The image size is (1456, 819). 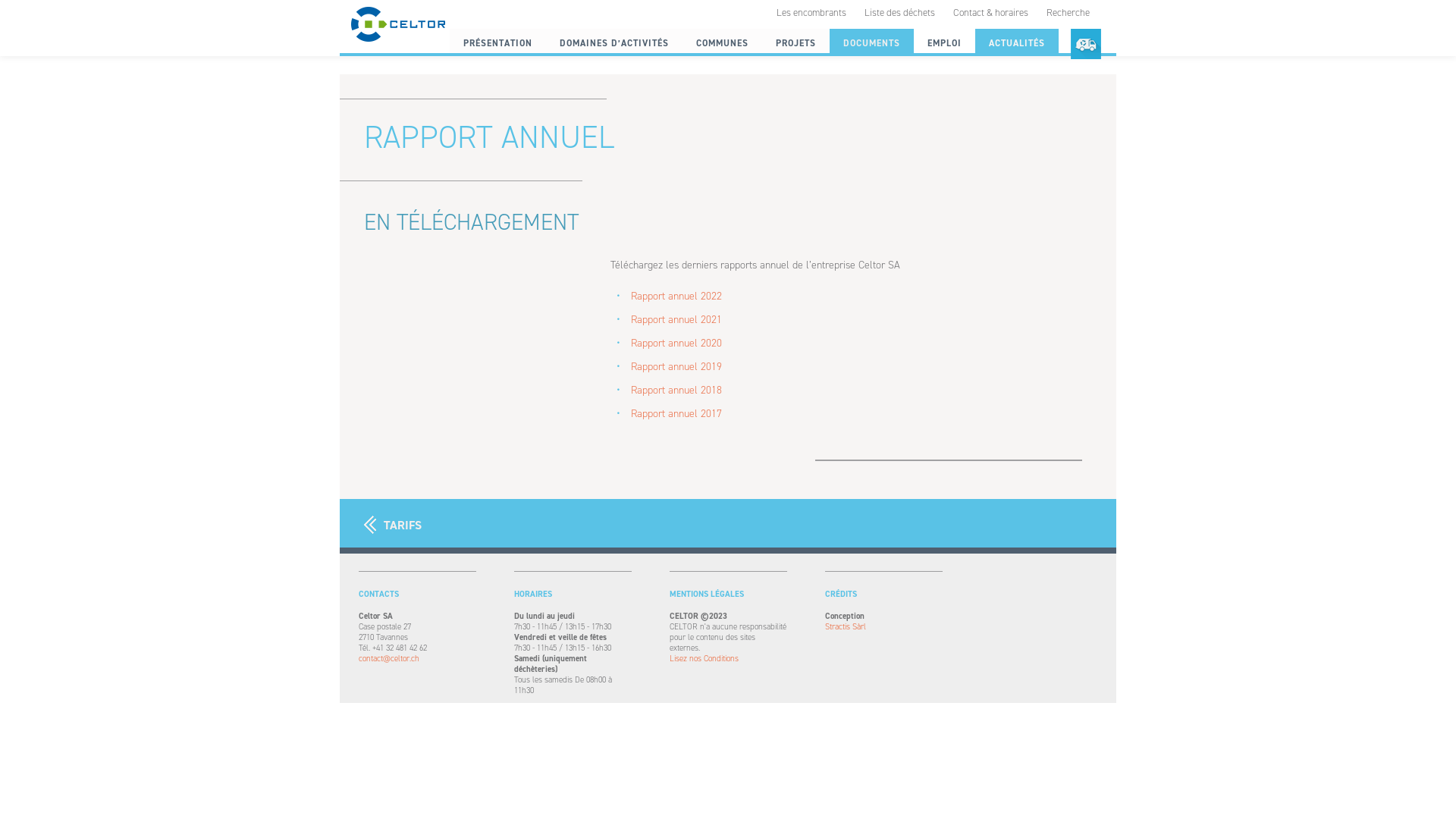 What do you see at coordinates (393, 524) in the screenshot?
I see `'TARIFS'` at bounding box center [393, 524].